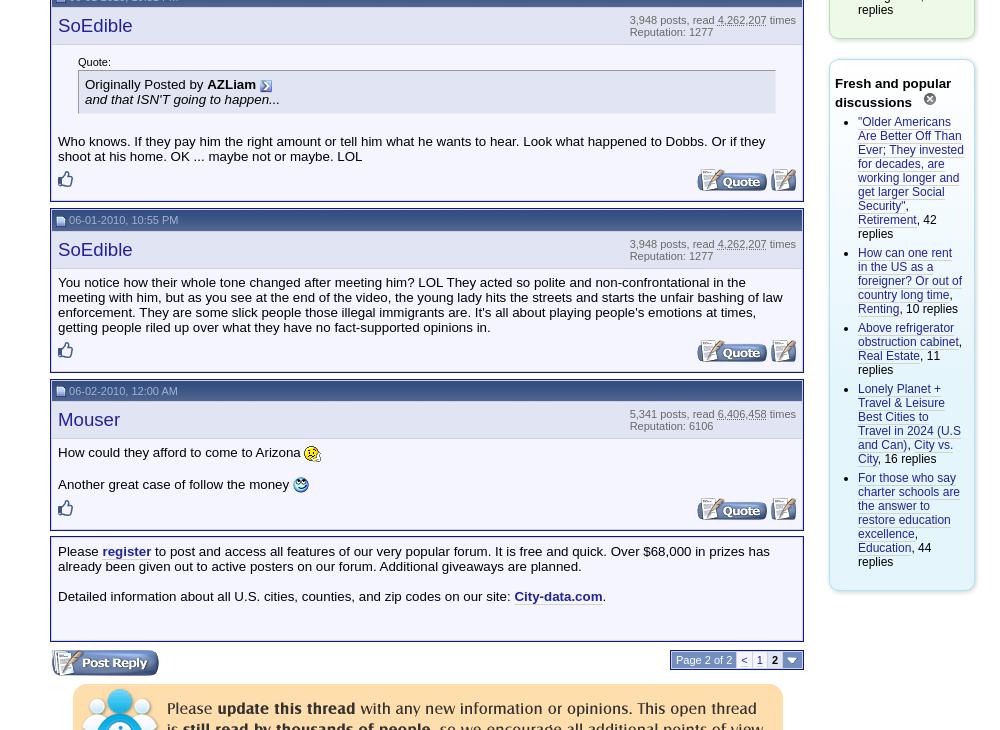  What do you see at coordinates (629, 425) in the screenshot?
I see `'Reputation: 6106'` at bounding box center [629, 425].